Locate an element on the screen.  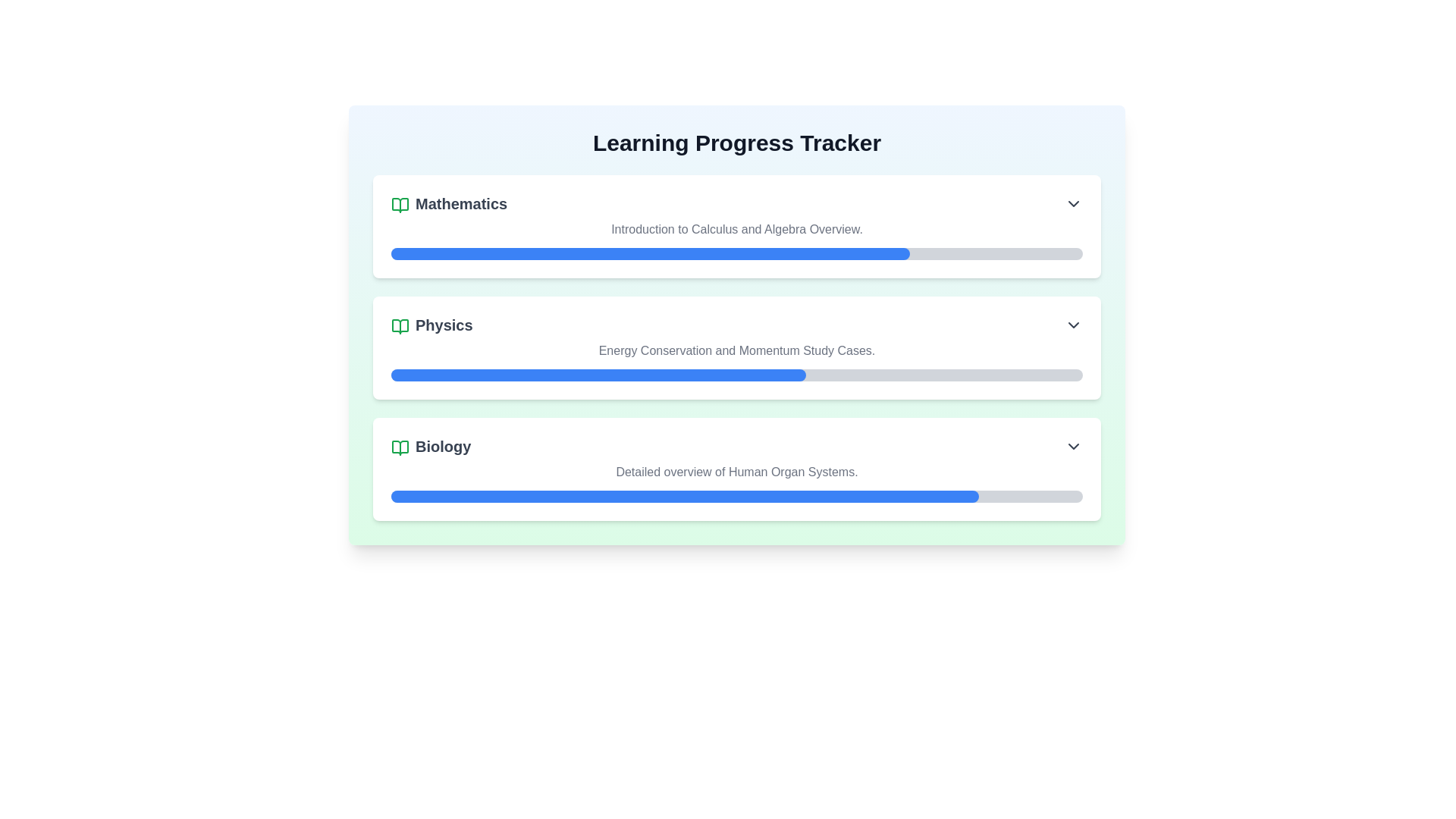
the 'Biology' subject icon located to the immediate left of the word 'Biology' in the third section of the learning progress tracker is located at coordinates (400, 447).